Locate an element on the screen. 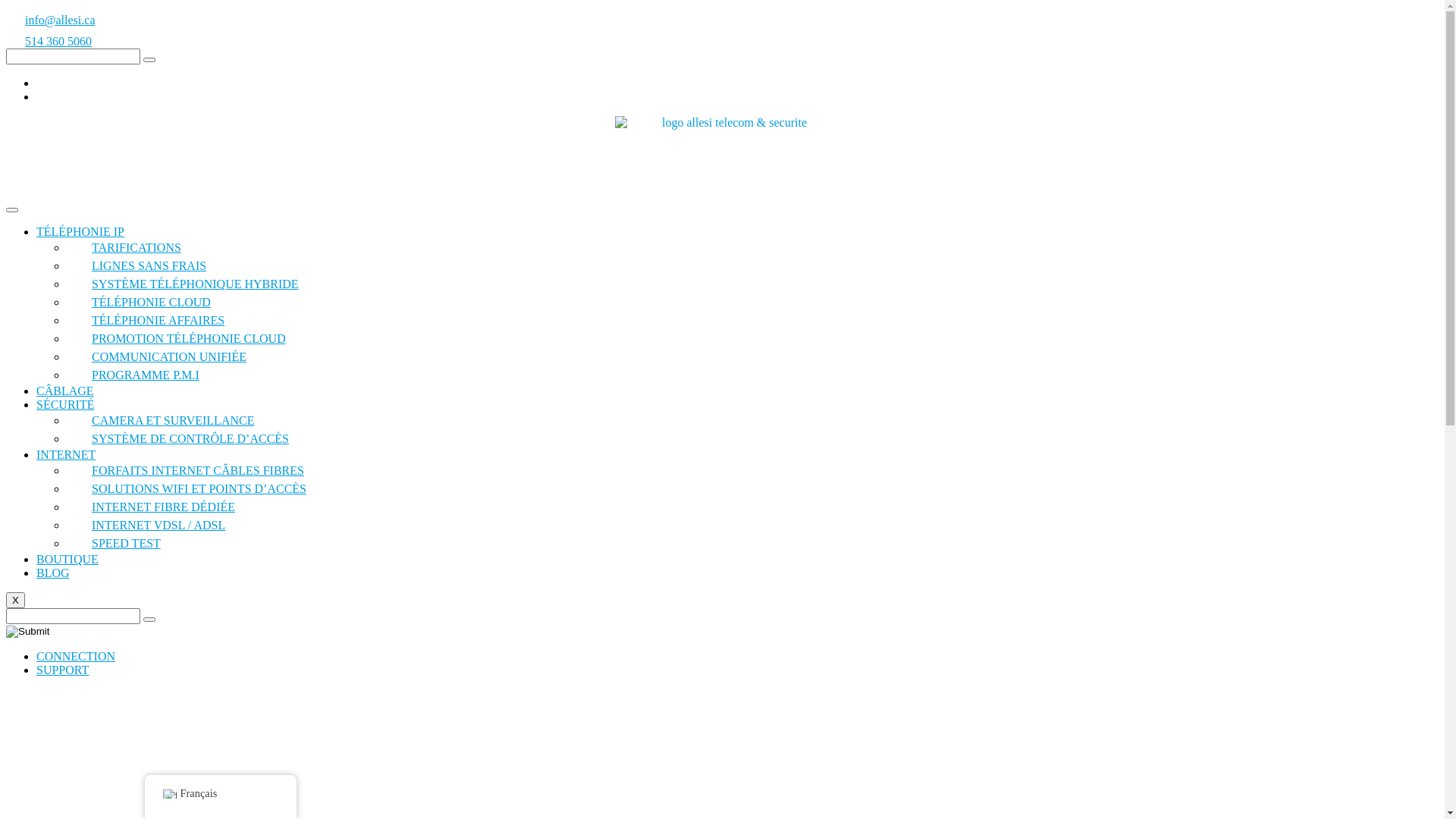 The width and height of the screenshot is (1456, 819). 'BOUTIQUE' is located at coordinates (67, 559).